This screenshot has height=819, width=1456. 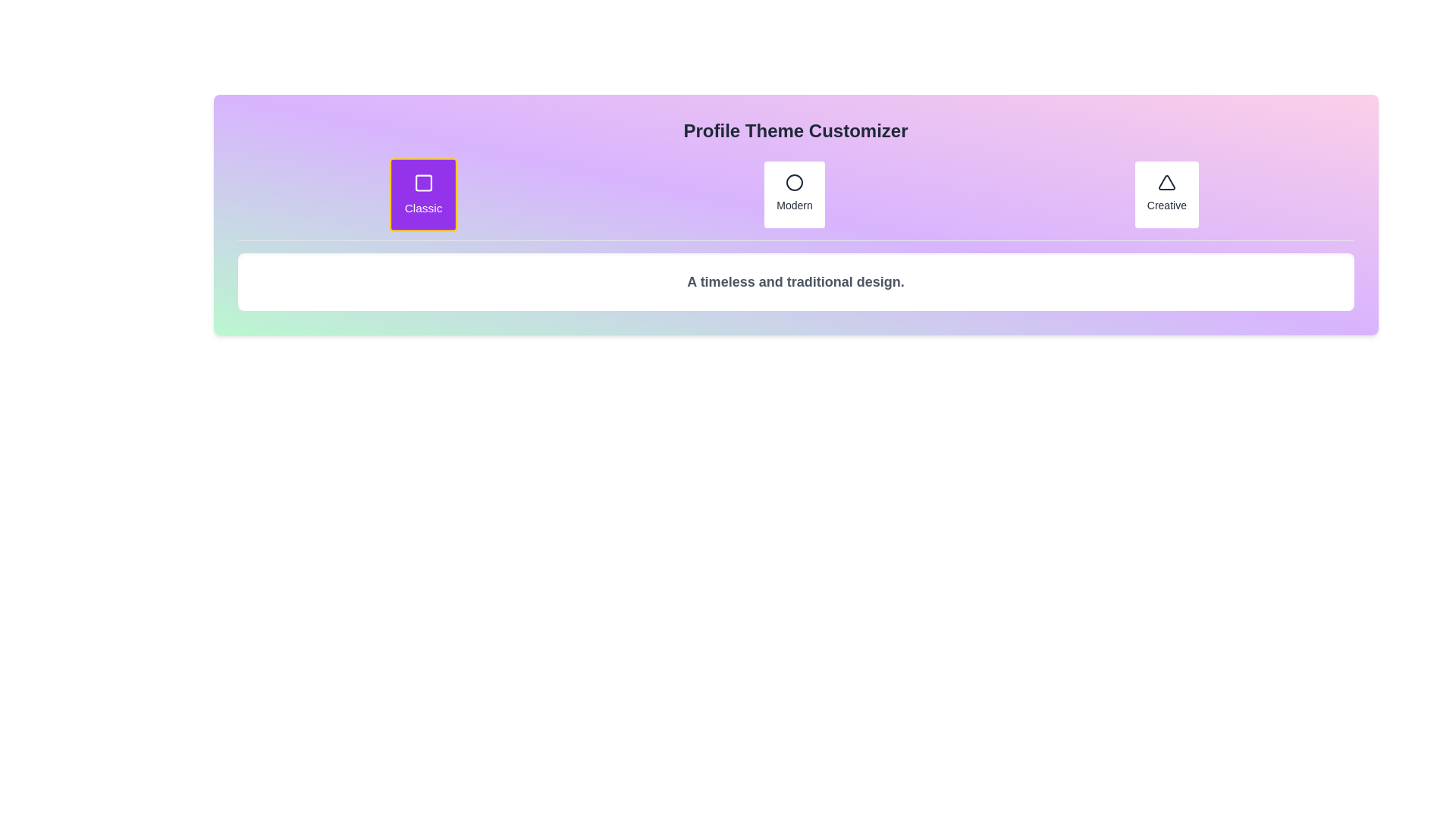 I want to click on the 'Creative' text label, which is displayed in a small, slightly bold font below a triangular icon within a card-like structure located to the far right of a row of similar elements, so click(x=1166, y=205).